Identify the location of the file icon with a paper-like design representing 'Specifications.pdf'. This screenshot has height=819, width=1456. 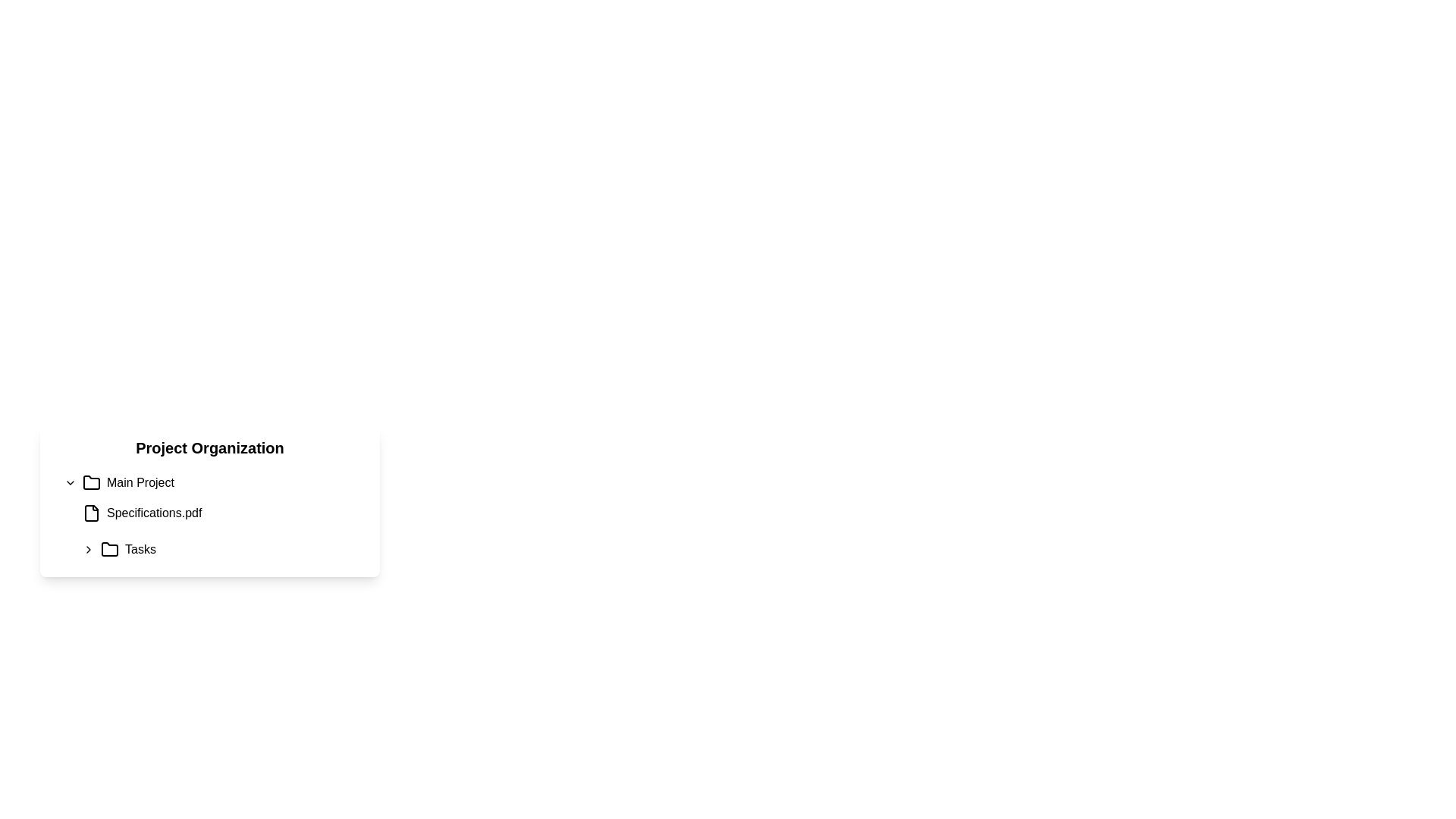
(90, 513).